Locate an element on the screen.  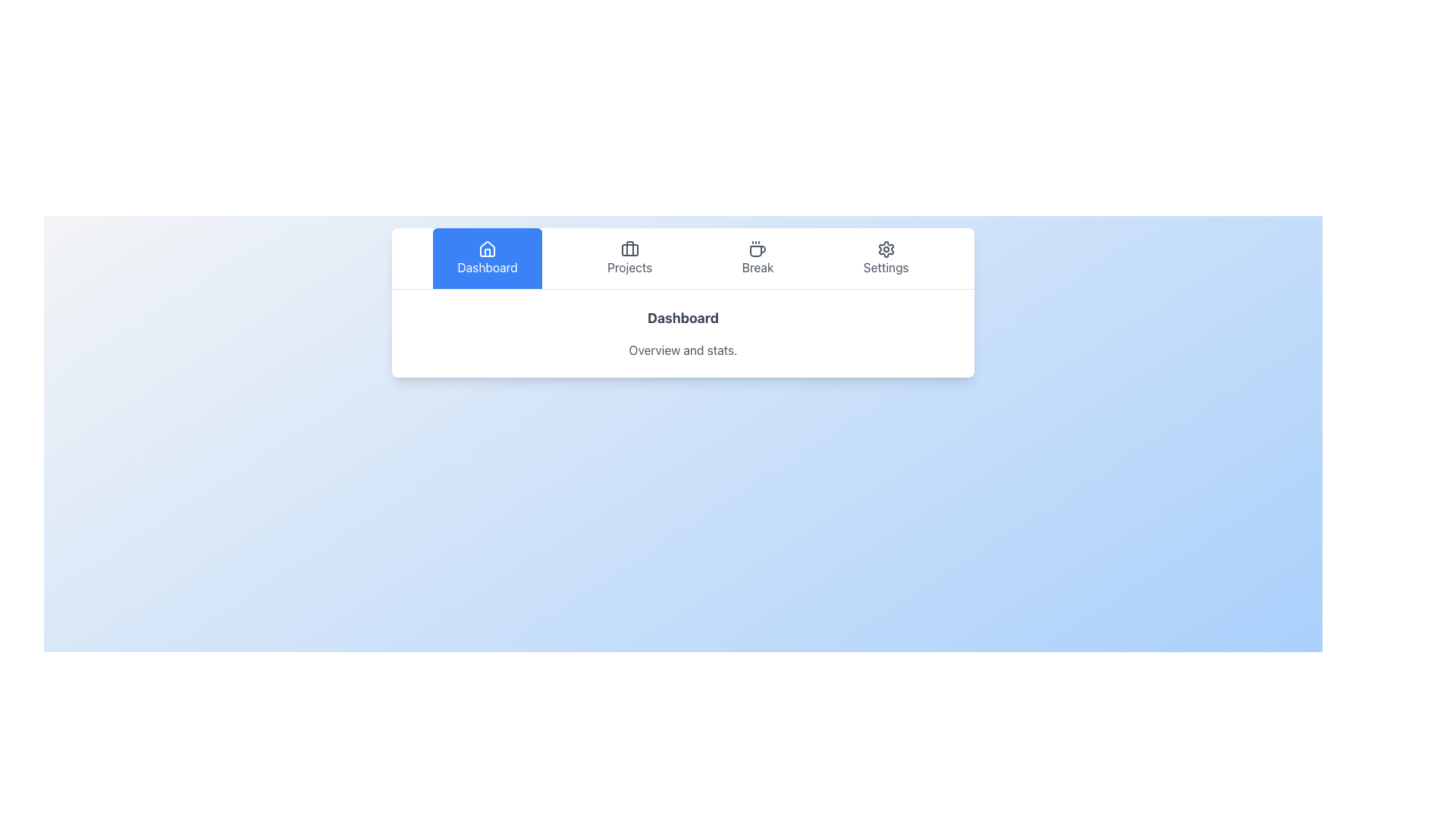
the 'Projects' text label element, which is the second item in the horizontal navigation bar and positioned below a briefcase icon is located at coordinates (629, 267).